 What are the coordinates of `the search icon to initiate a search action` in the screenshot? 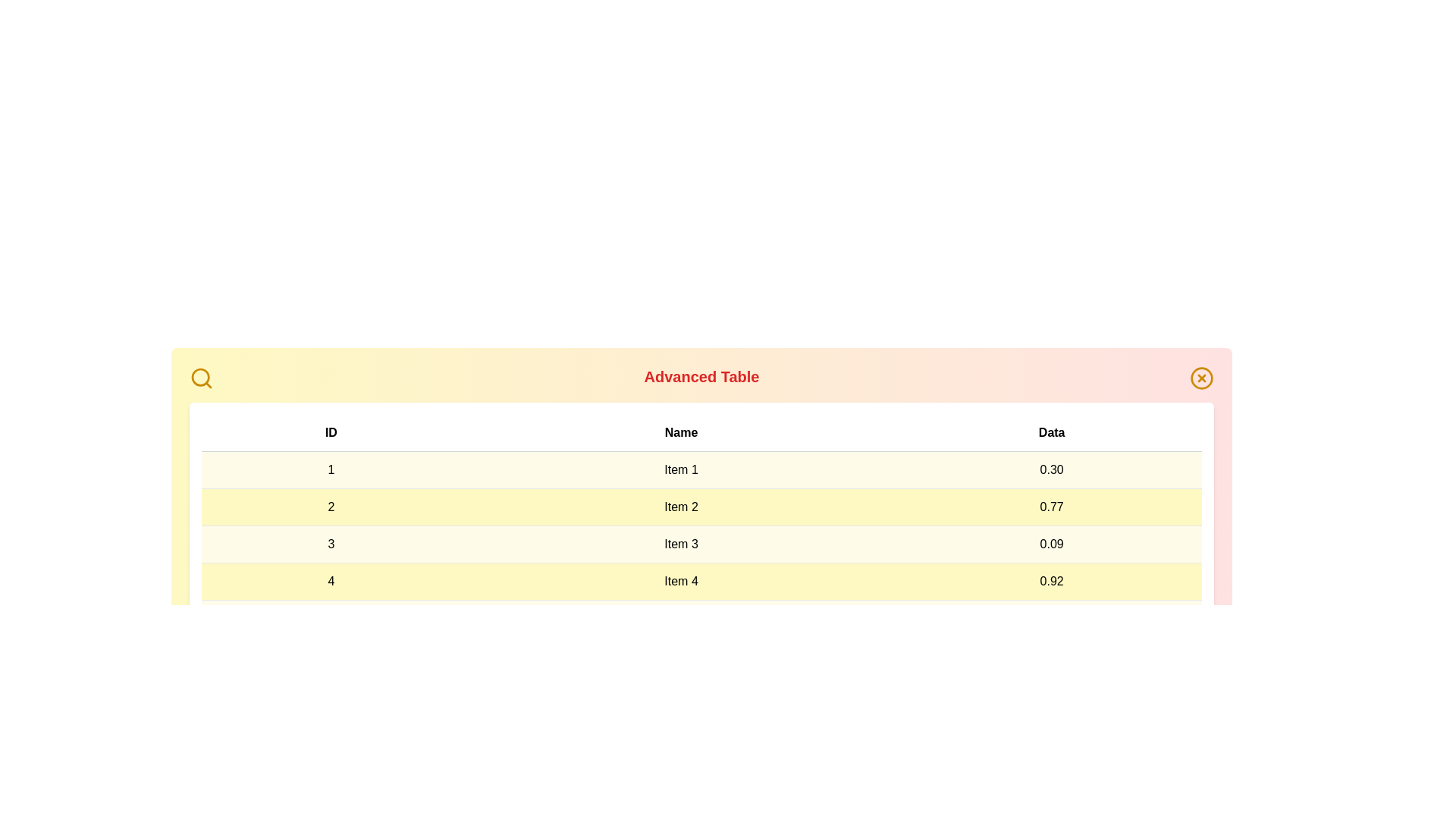 It's located at (200, 377).